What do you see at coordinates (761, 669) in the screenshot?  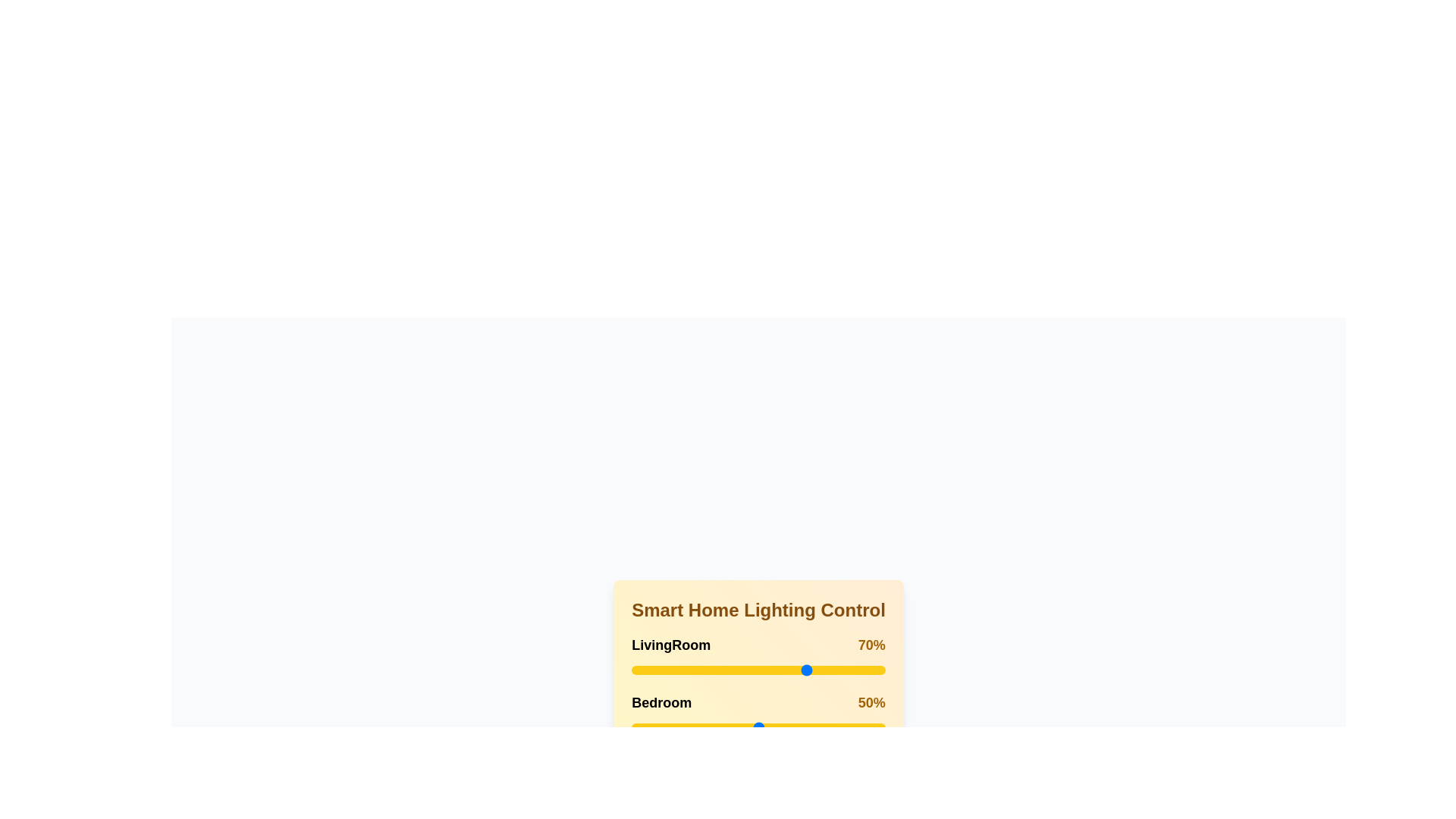 I see `the Living Room lighting level` at bounding box center [761, 669].